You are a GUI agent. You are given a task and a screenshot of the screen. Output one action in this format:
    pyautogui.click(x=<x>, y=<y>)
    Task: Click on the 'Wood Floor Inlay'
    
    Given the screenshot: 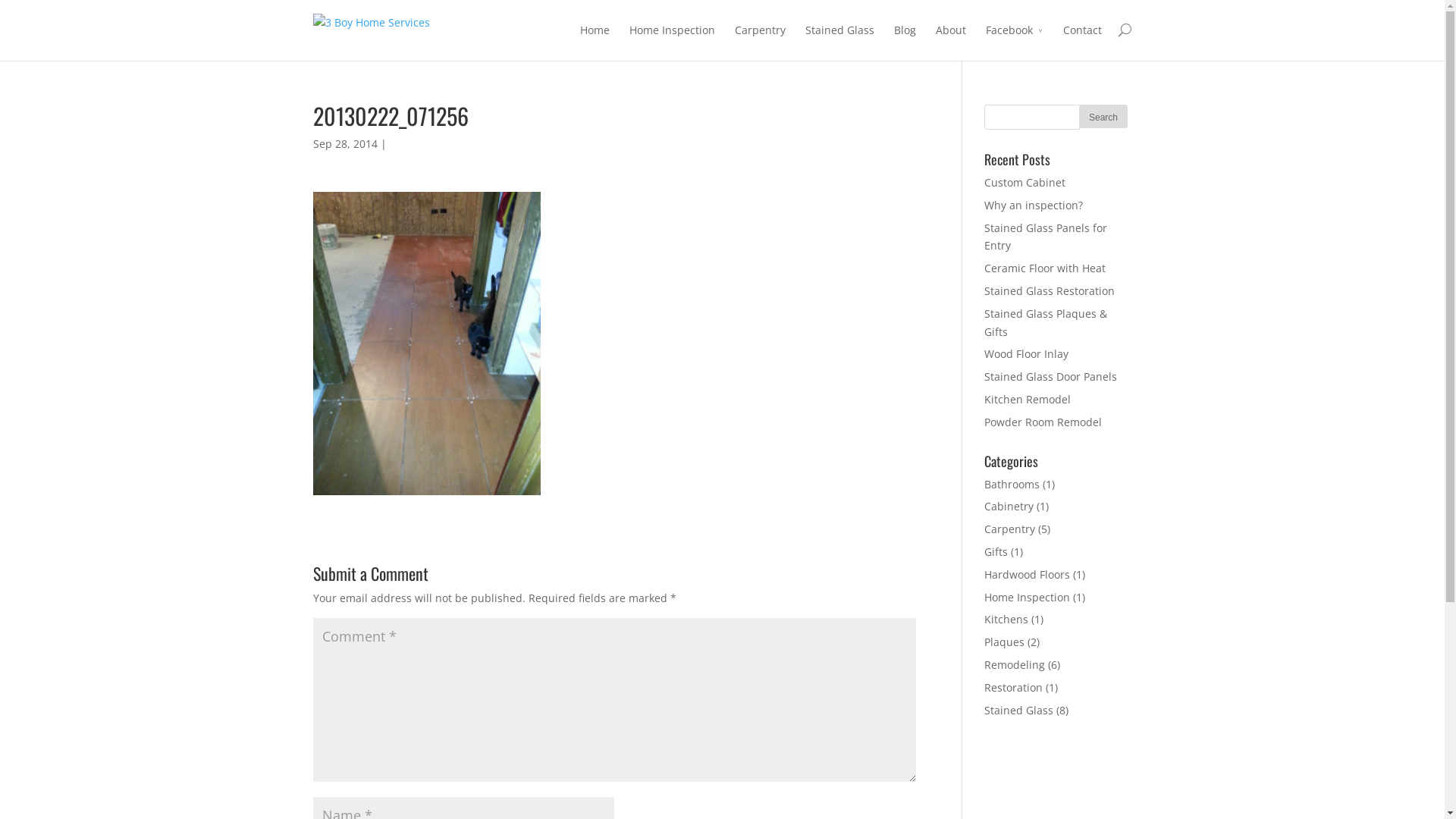 What is the action you would take?
    pyautogui.click(x=1026, y=353)
    